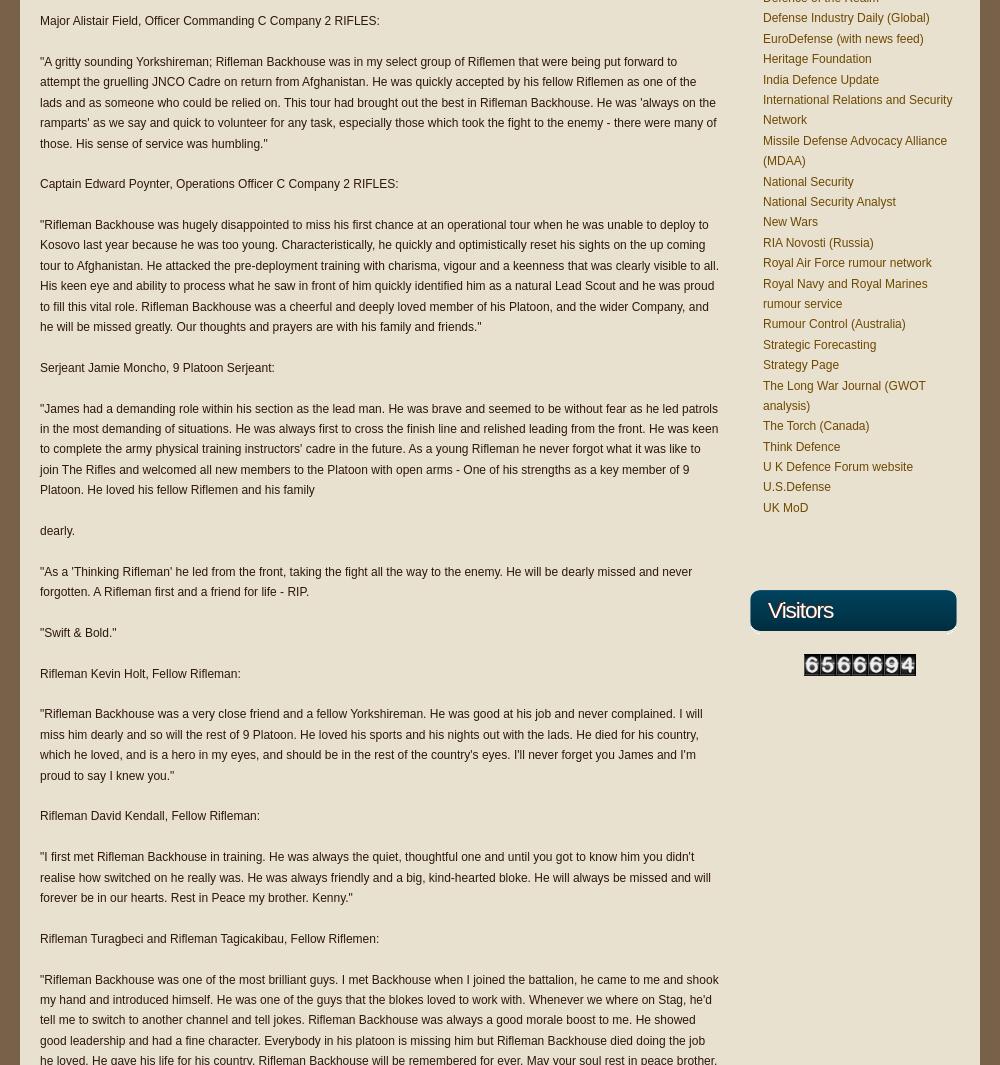  Describe the element at coordinates (837, 466) in the screenshot. I see `'U K Defence Forum website'` at that location.